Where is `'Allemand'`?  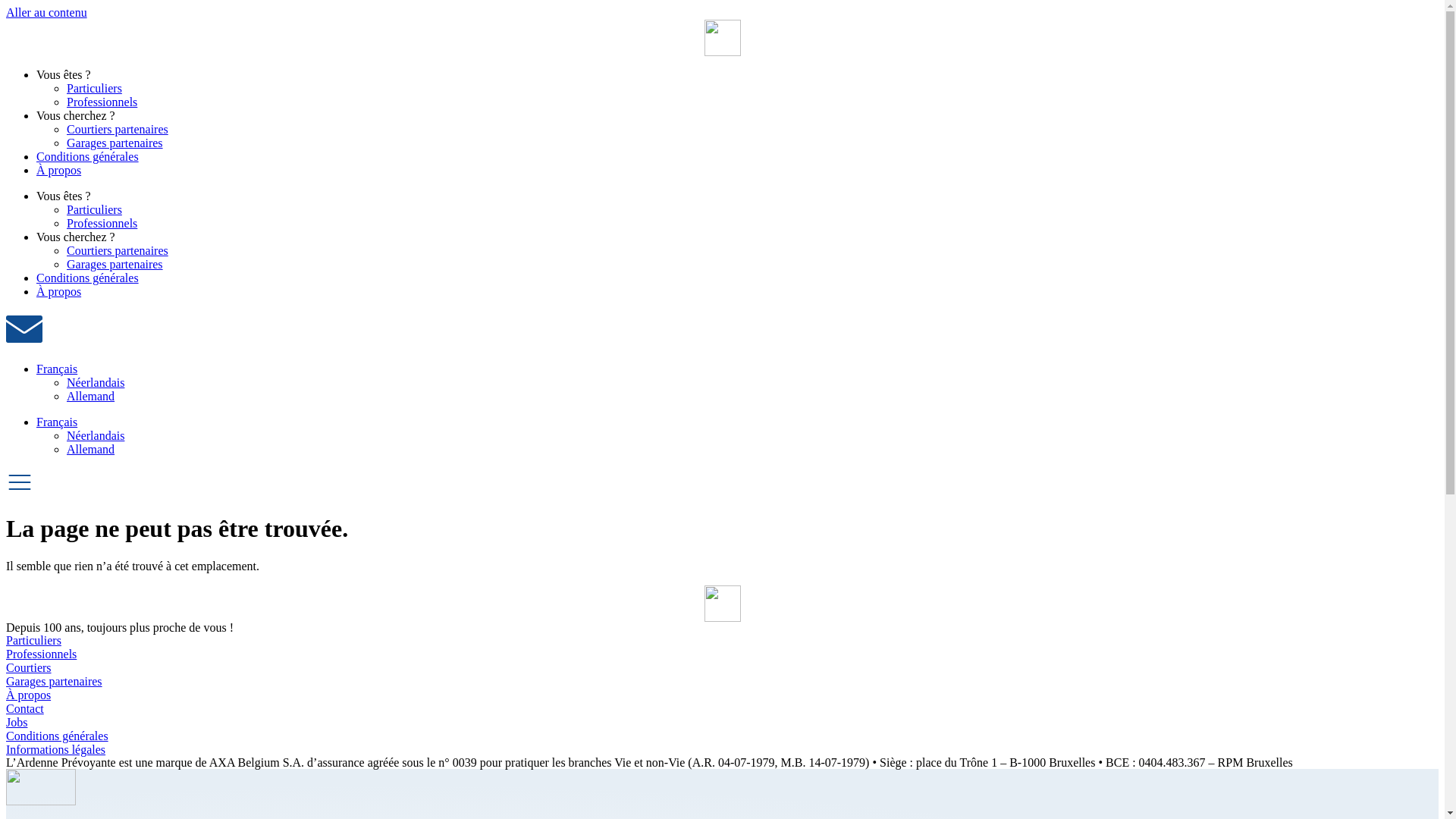
'Allemand' is located at coordinates (89, 448).